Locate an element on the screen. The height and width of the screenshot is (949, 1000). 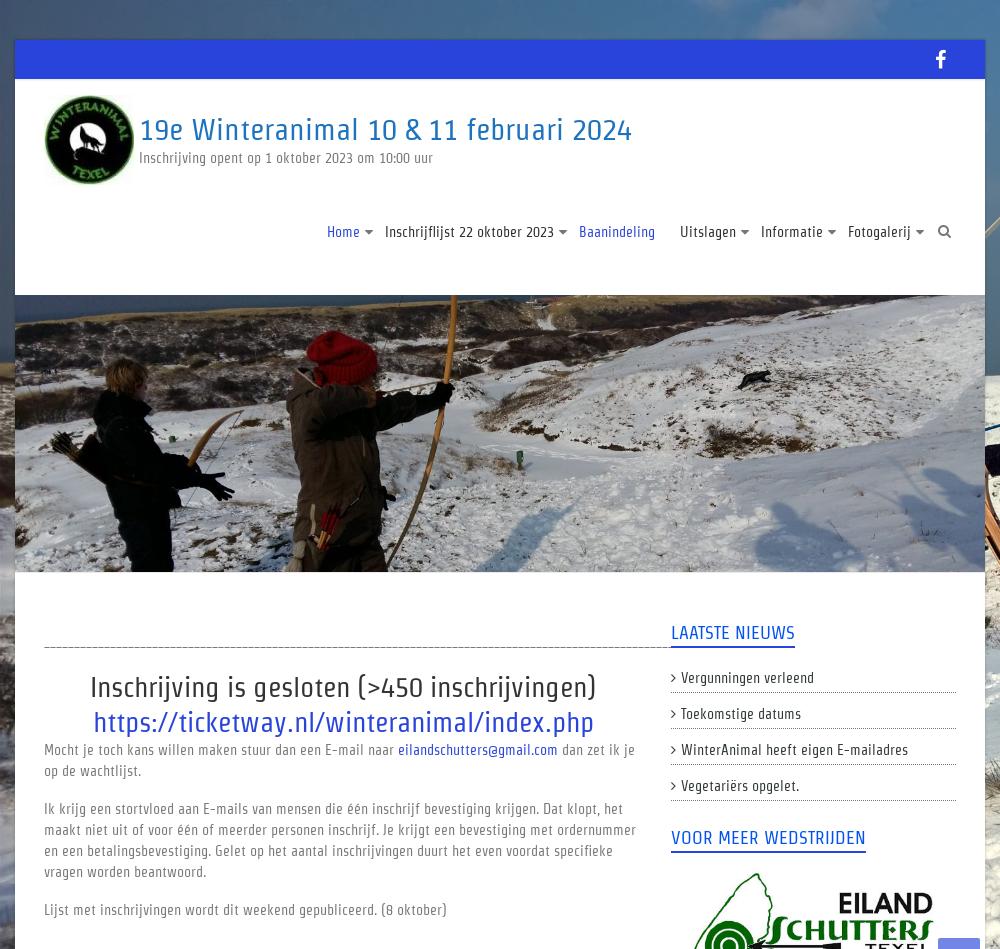
'Voor meer wedstrijden' is located at coordinates (767, 836).